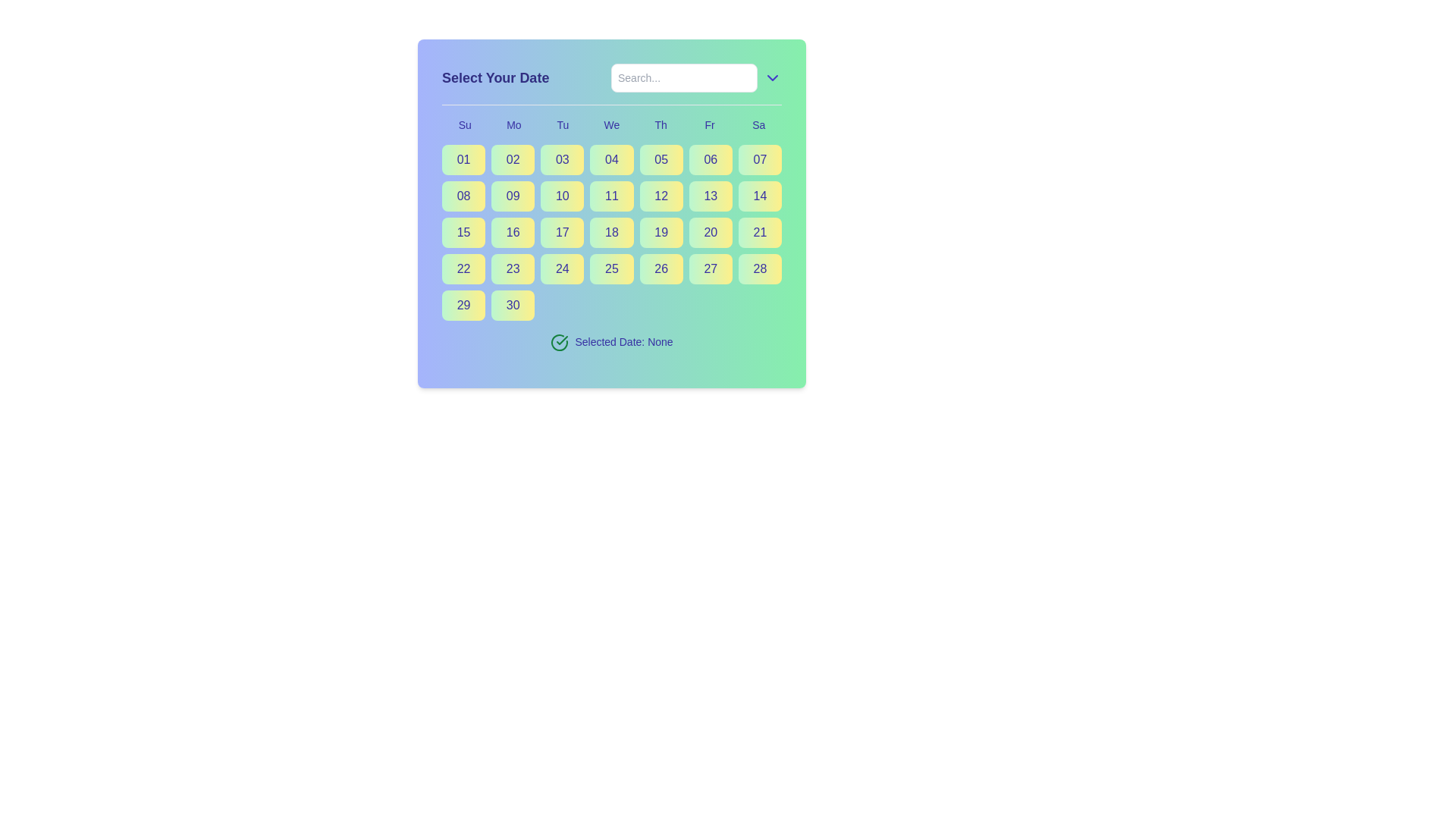  What do you see at coordinates (463, 305) in the screenshot?
I see `the rounded square button labeled '29' with a gradient background` at bounding box center [463, 305].